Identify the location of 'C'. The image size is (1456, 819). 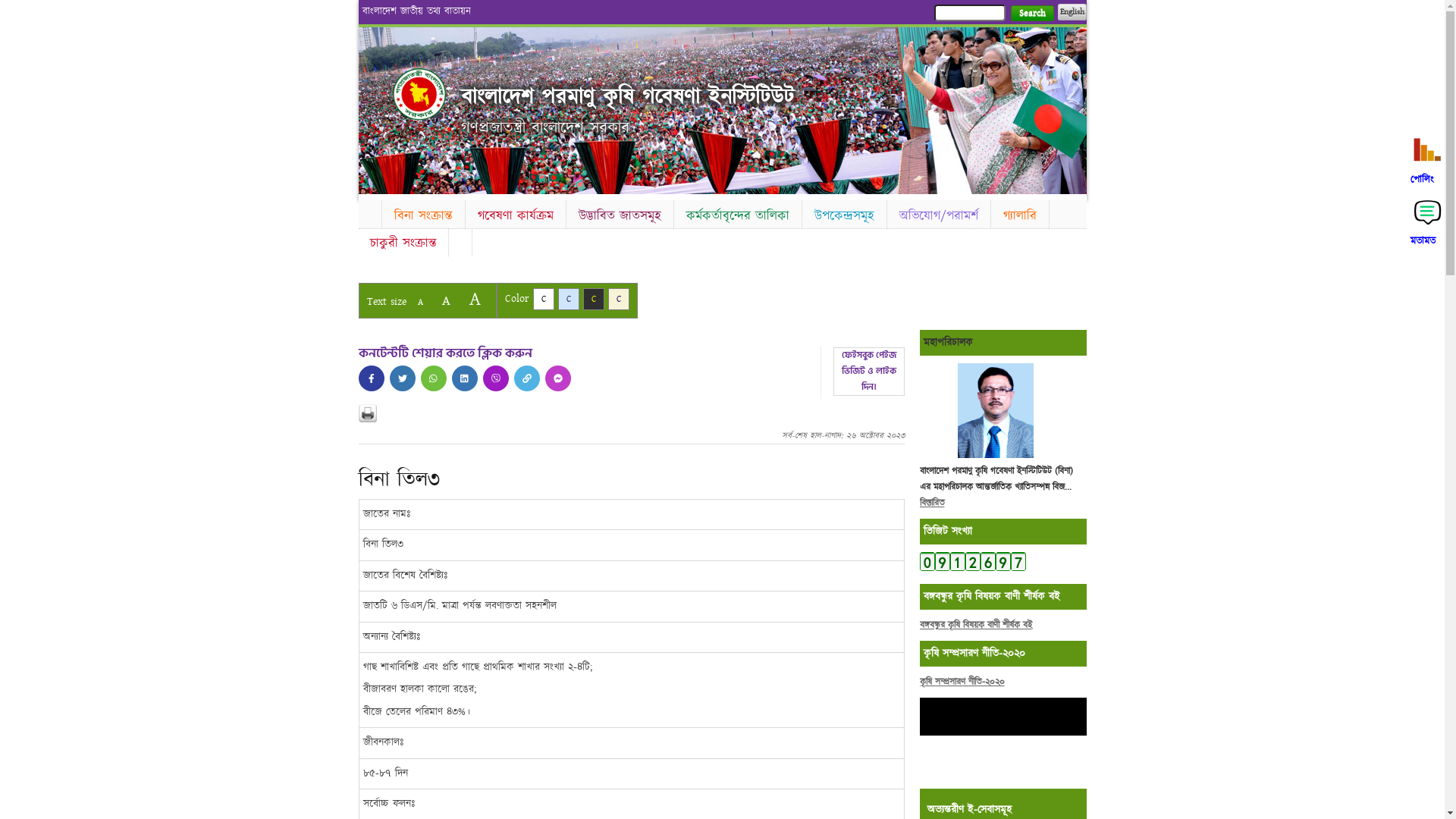
(567, 299).